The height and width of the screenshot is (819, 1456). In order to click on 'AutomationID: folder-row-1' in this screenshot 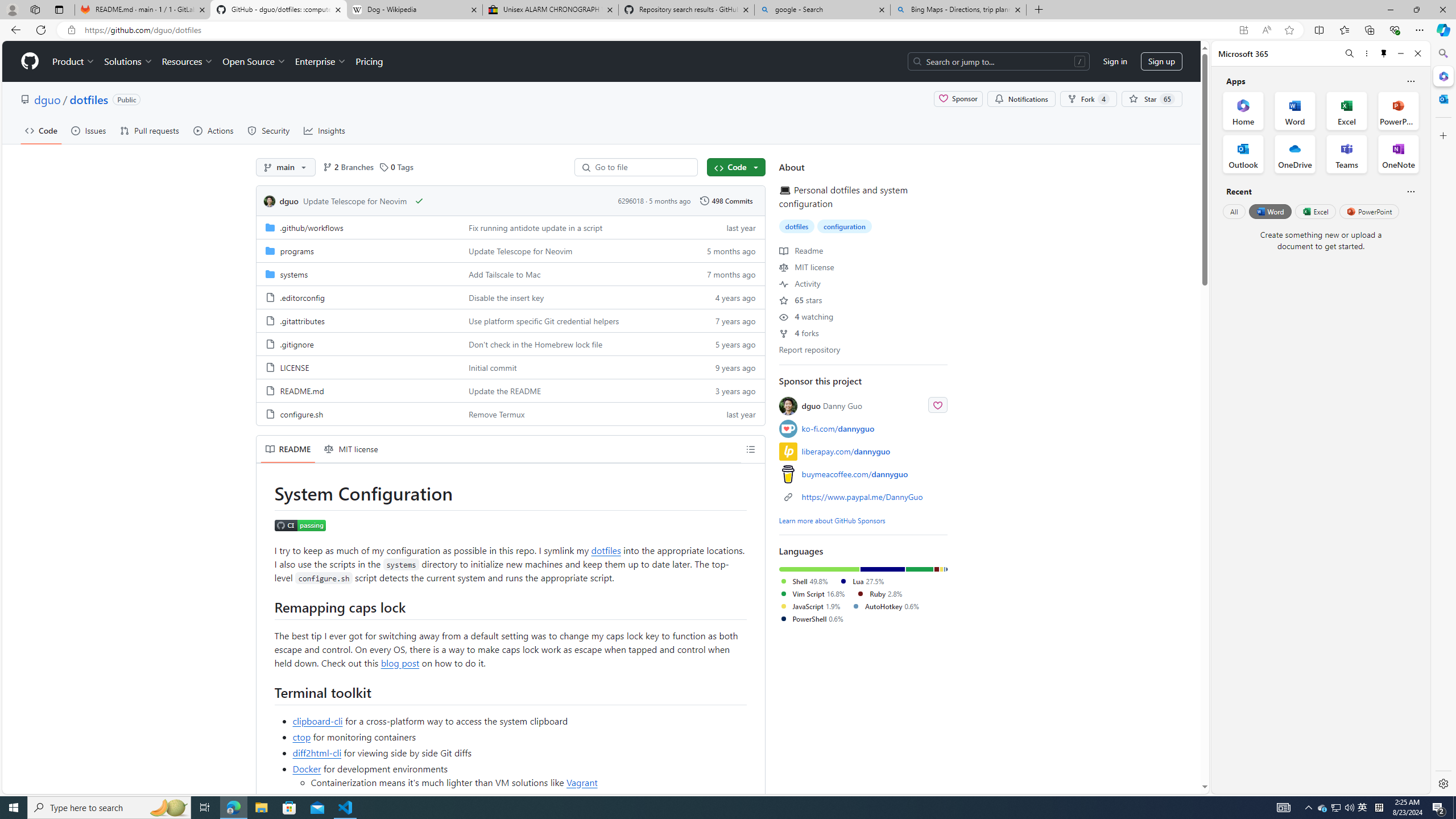, I will do `click(510, 250)`.